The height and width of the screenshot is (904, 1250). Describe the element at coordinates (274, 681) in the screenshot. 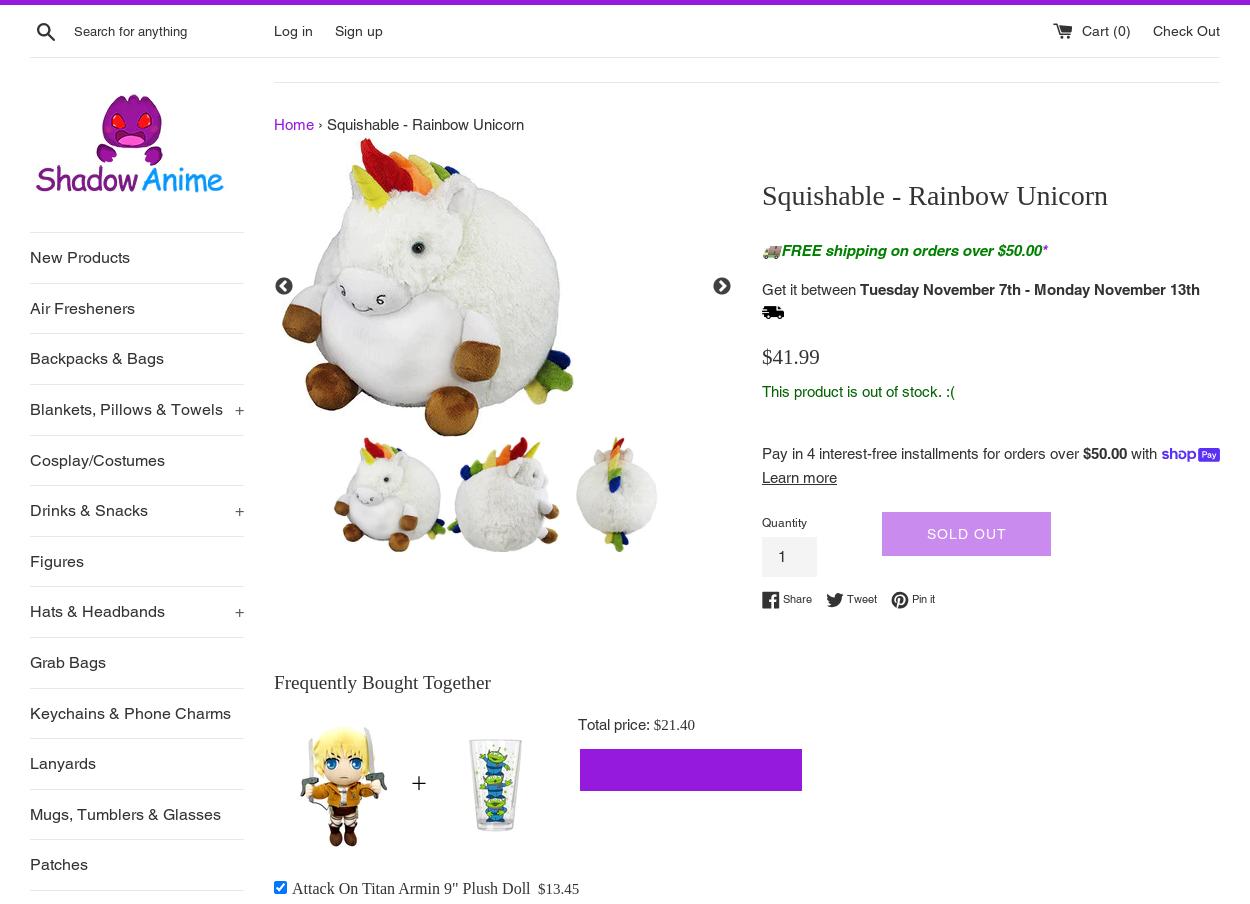

I see `'Frequently Bought Together'` at that location.